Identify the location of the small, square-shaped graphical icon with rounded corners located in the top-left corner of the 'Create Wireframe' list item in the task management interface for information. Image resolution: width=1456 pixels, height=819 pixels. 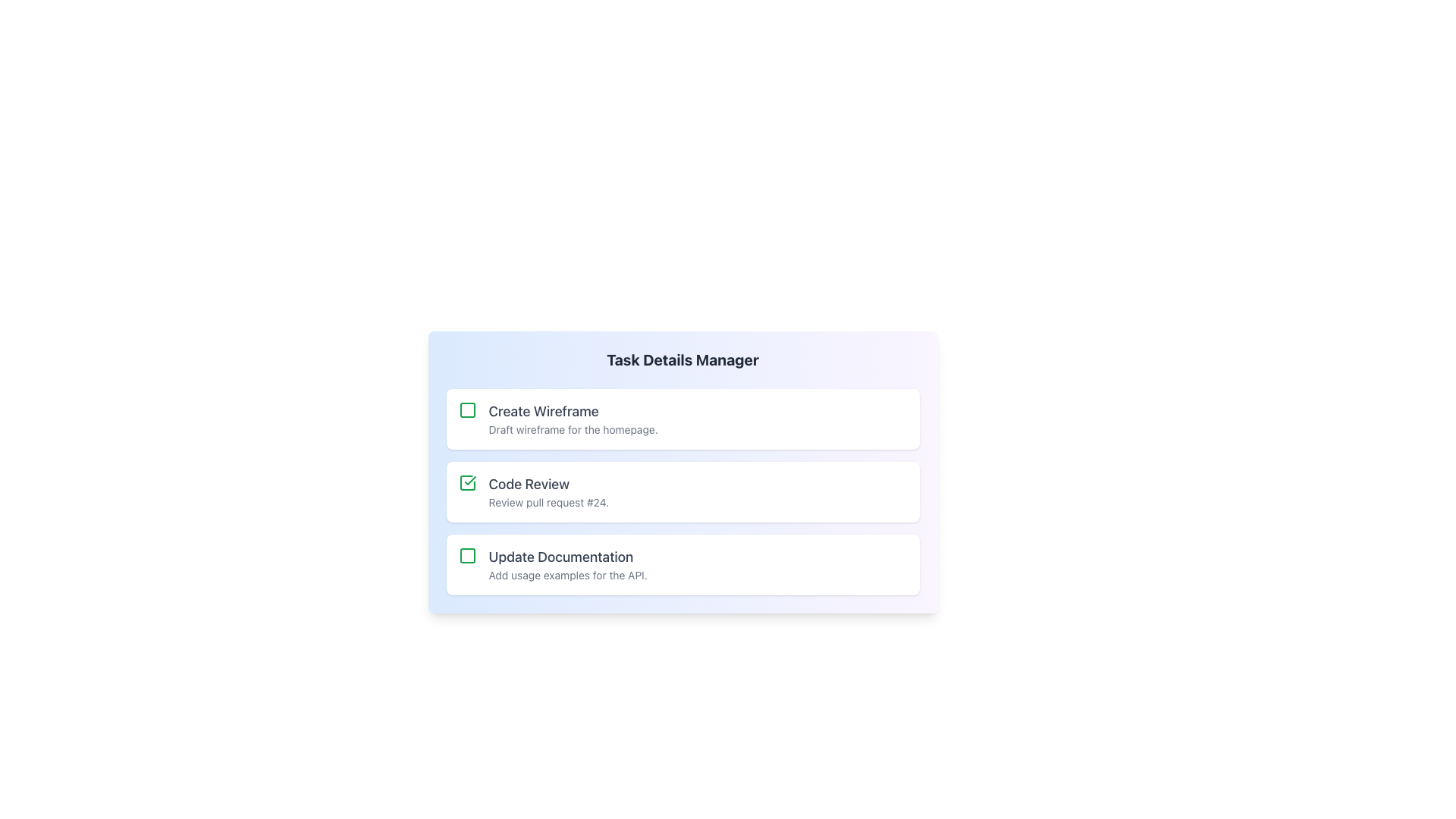
(466, 409).